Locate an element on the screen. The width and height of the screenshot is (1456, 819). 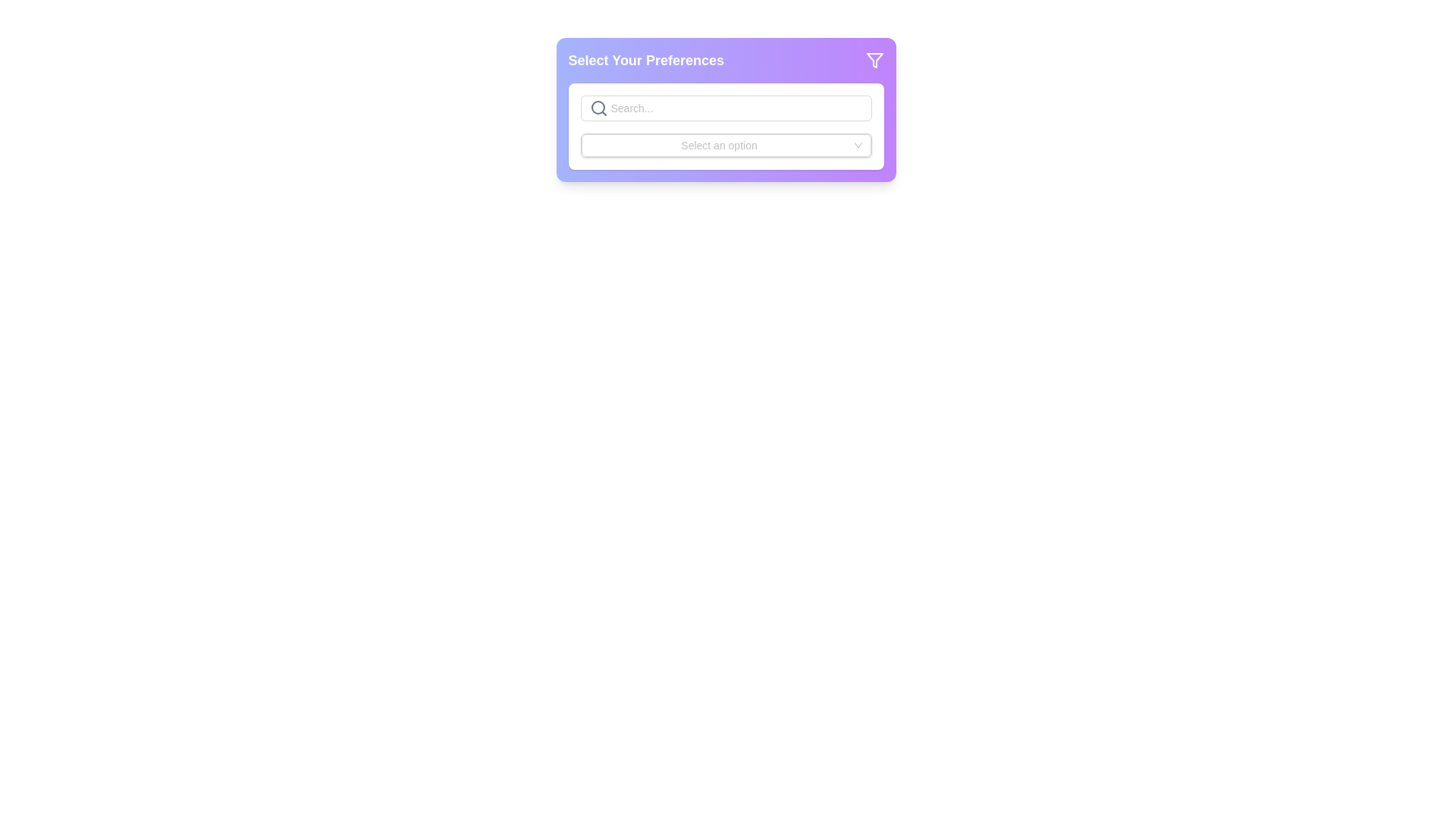
the search icon located inside the input field with the placeholder 'Search...' is located at coordinates (598, 107).